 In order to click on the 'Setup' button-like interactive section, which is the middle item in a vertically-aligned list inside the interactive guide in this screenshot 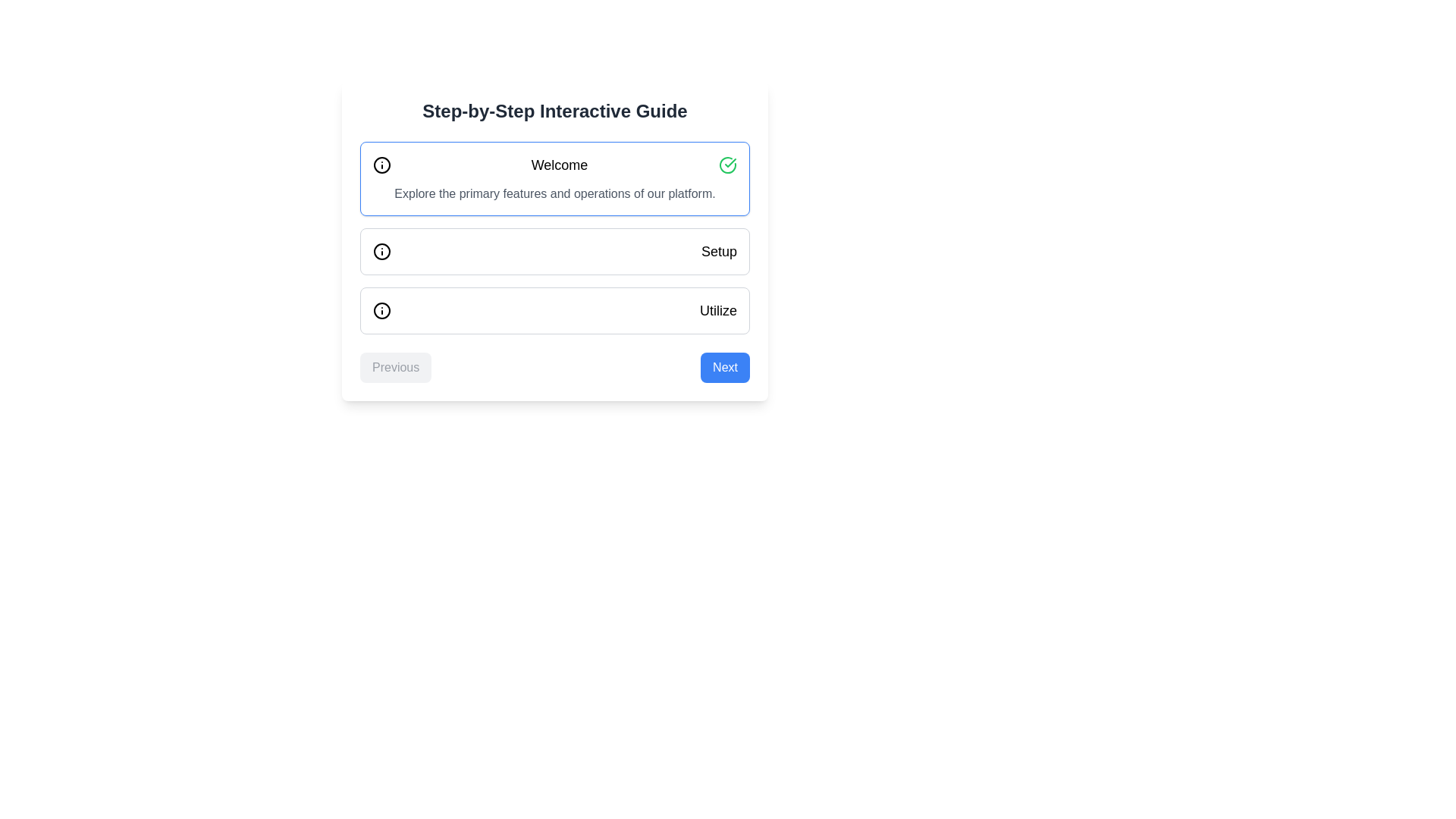, I will do `click(554, 250)`.